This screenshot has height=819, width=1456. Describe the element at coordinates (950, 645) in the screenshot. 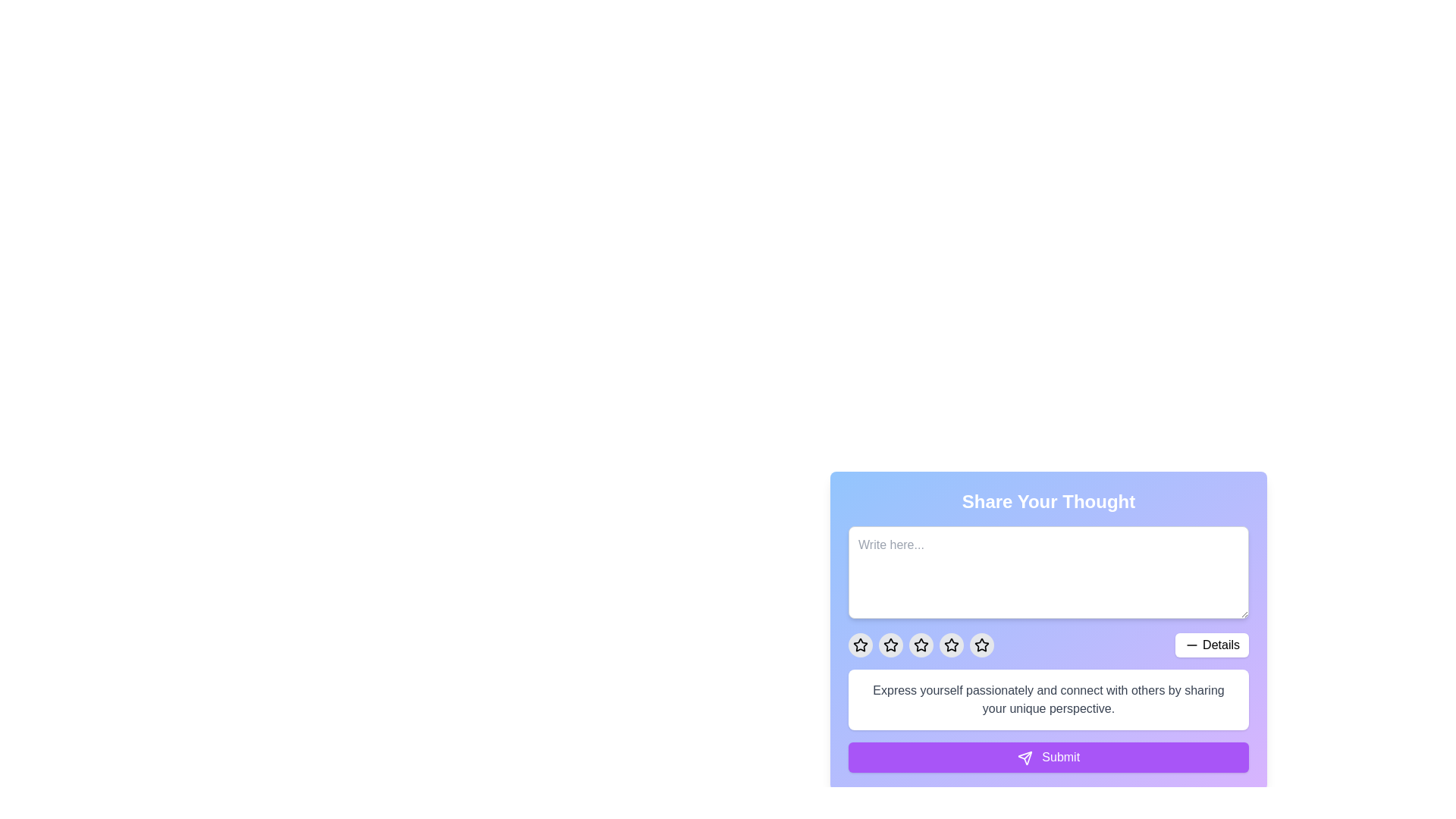

I see `on the third star-shaped rating icon with an outlined design, located within a circular button in the 'Share Your Thought' card interface` at that location.